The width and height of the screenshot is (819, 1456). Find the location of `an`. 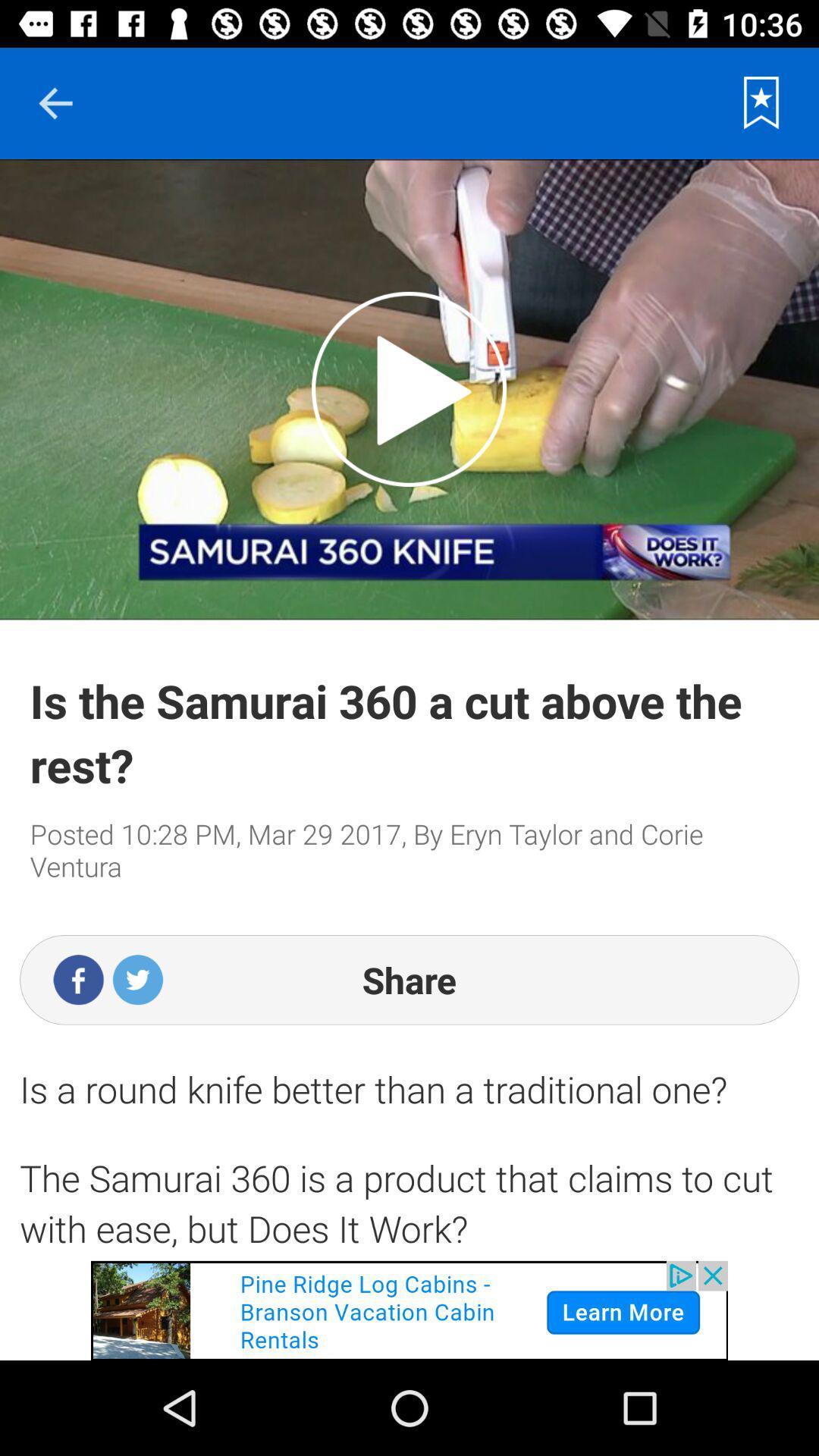

an is located at coordinates (408, 389).